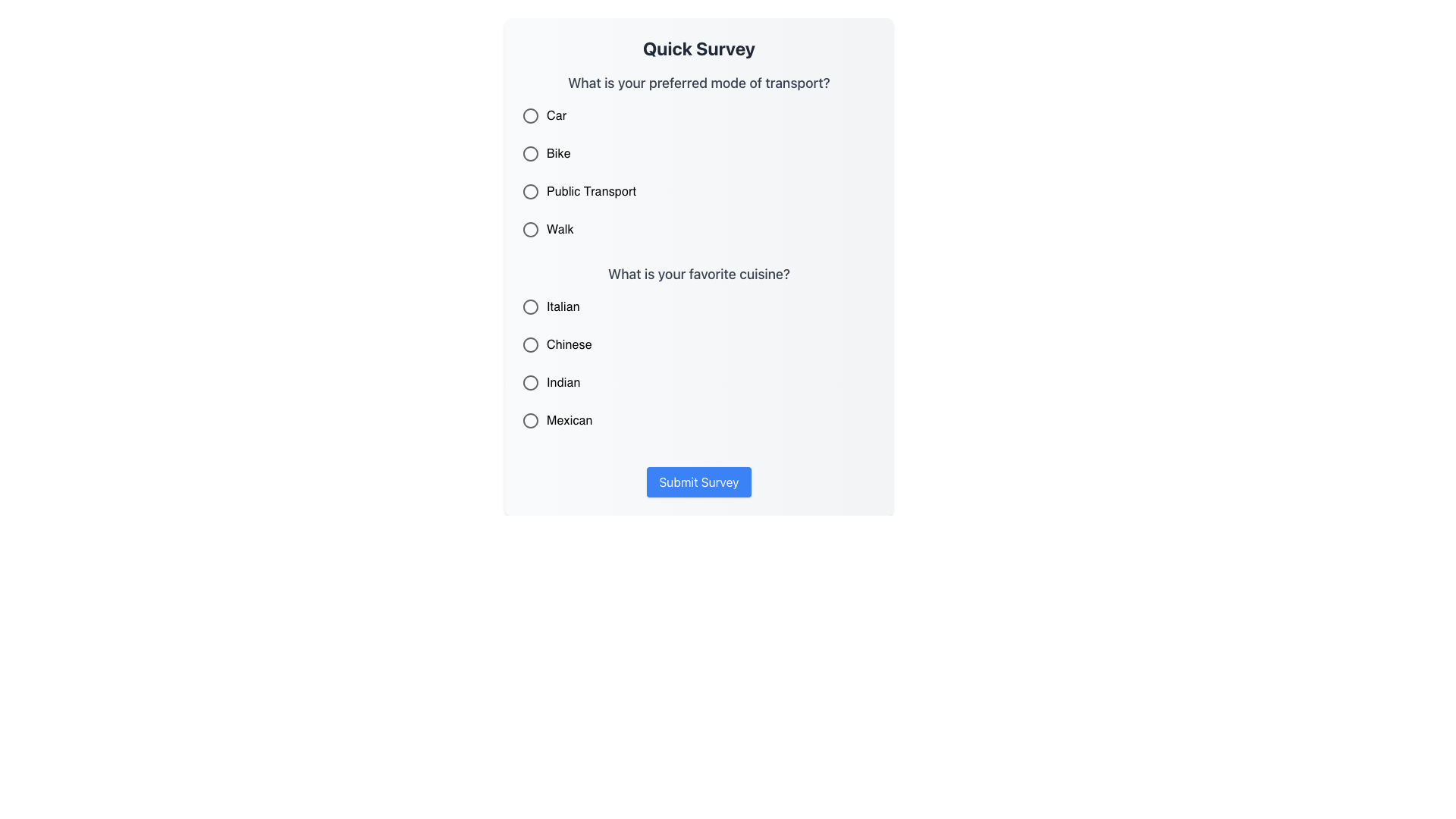 Image resolution: width=1456 pixels, height=819 pixels. I want to click on the text label reading 'Walk', which is the fourth option under the question 'What is your preferred mode of transport?', so click(559, 230).